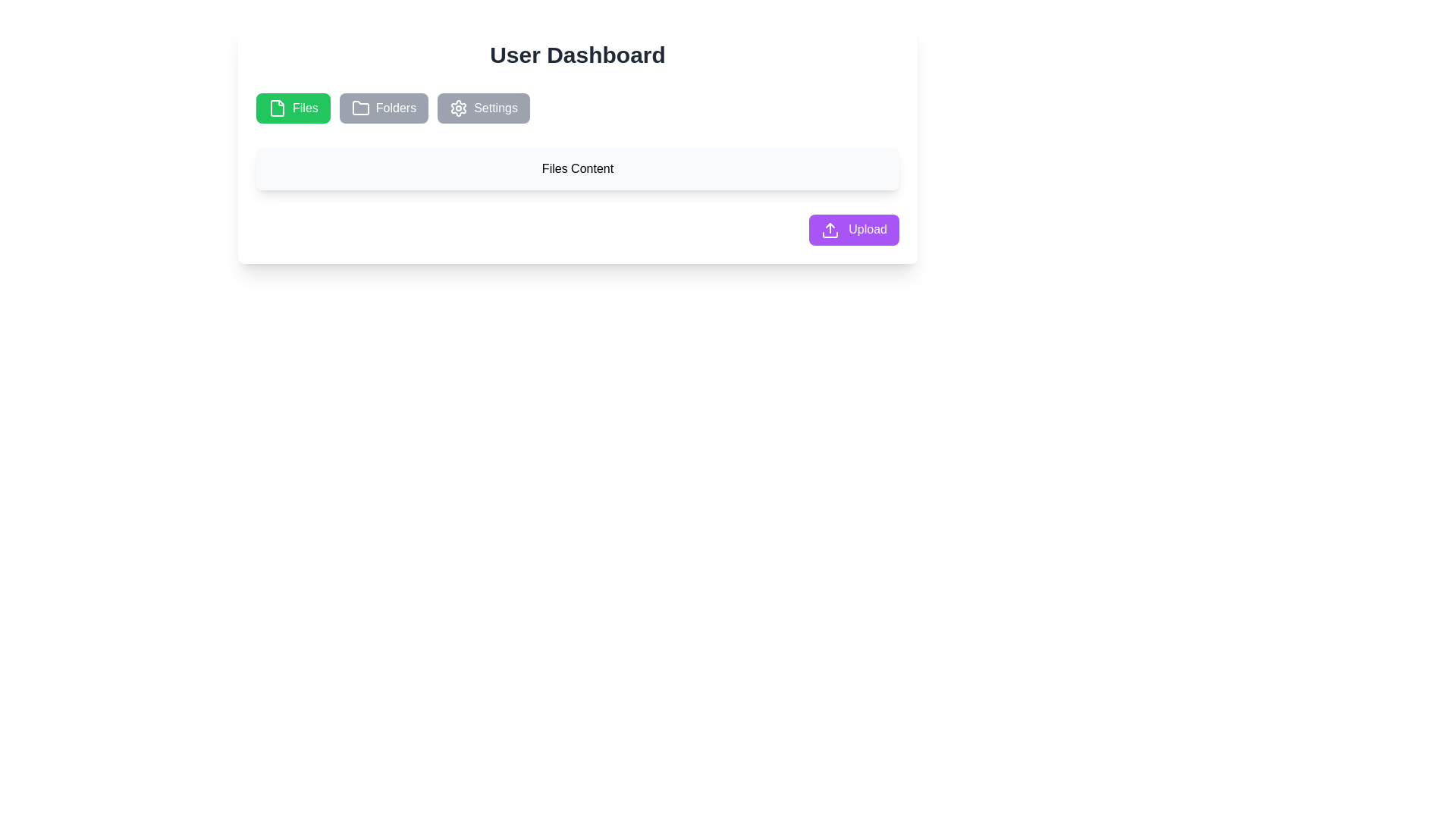 The image size is (1456, 819). I want to click on the 'Files' text label, so click(304, 107).